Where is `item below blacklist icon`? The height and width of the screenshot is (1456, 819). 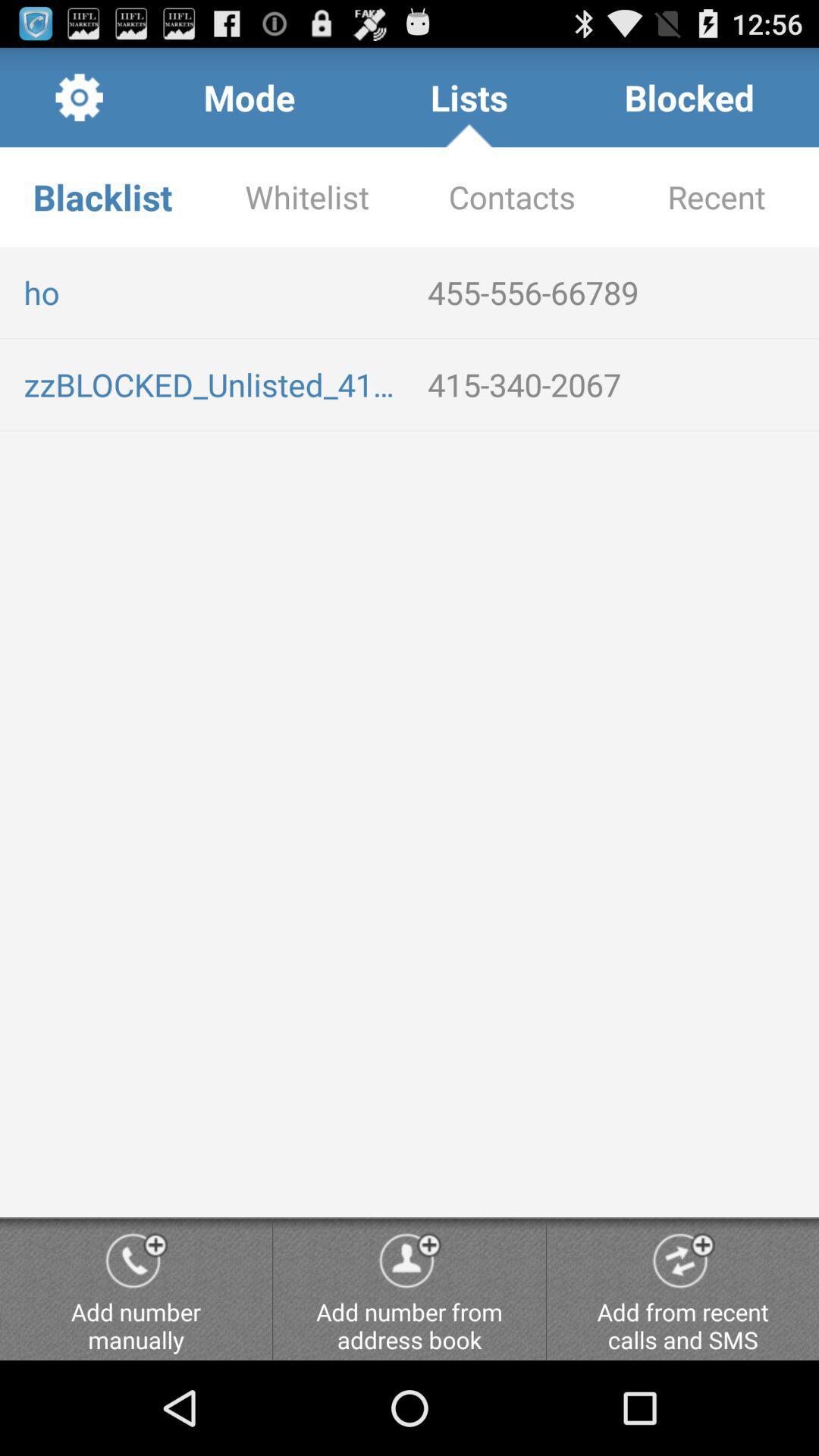 item below blacklist icon is located at coordinates (213, 292).